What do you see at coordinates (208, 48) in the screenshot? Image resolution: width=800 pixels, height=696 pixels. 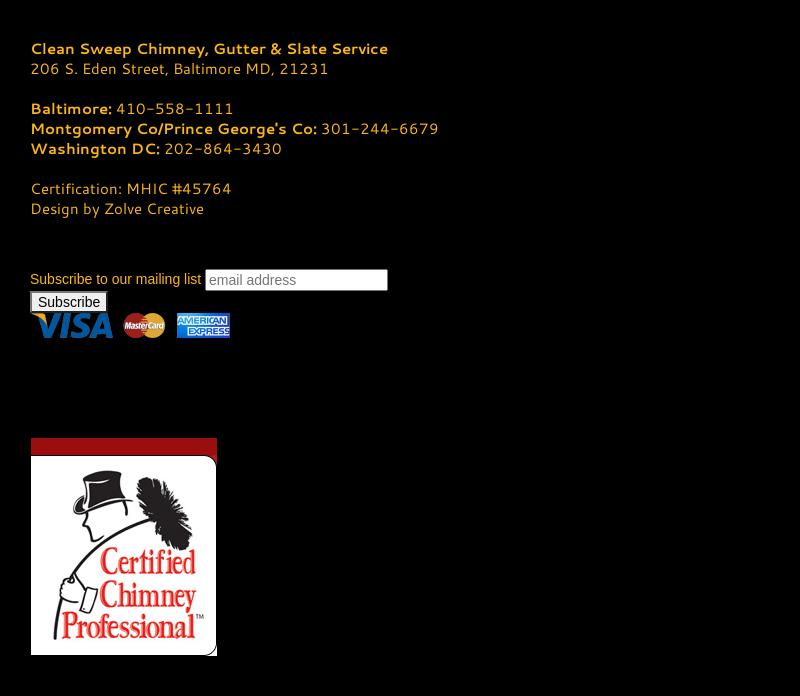 I see `'Clean Sweep Chimney, Gutter & Slate Service'` at bounding box center [208, 48].